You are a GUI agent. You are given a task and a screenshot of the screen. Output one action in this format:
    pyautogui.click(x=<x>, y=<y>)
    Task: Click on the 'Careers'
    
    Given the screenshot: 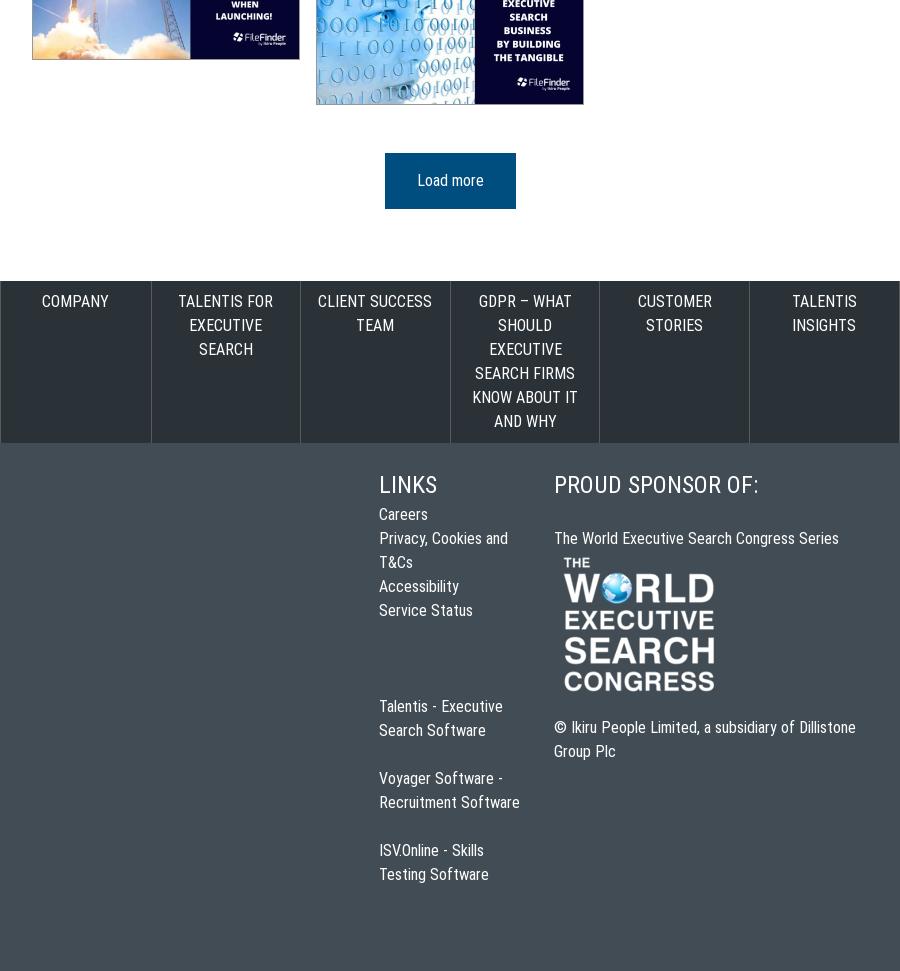 What is the action you would take?
    pyautogui.click(x=403, y=513)
    